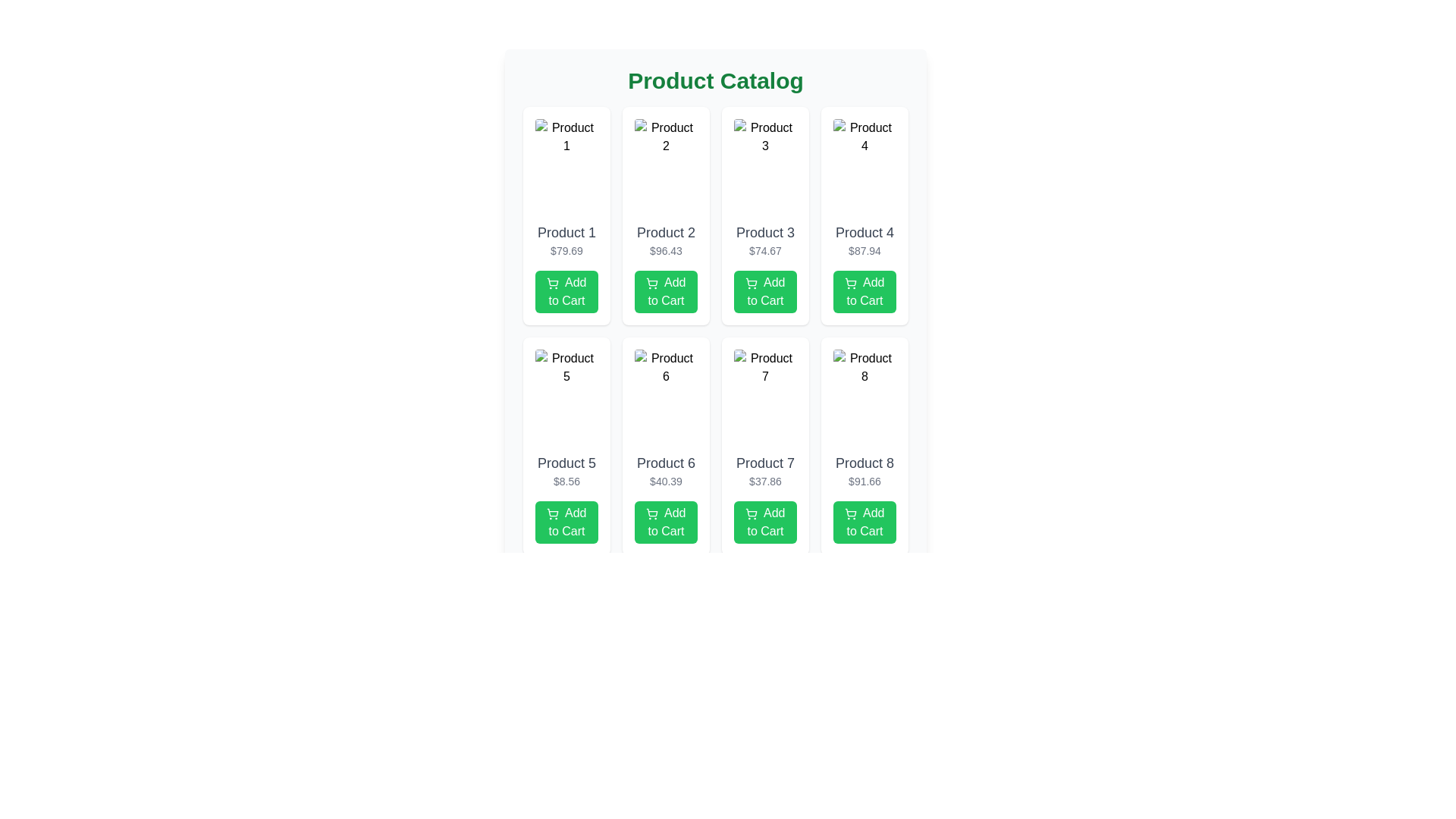  Describe the element at coordinates (765, 167) in the screenshot. I see `the image displaying a placeholder for 'Product 3' located at the top of the third product card in the grid layout` at that location.